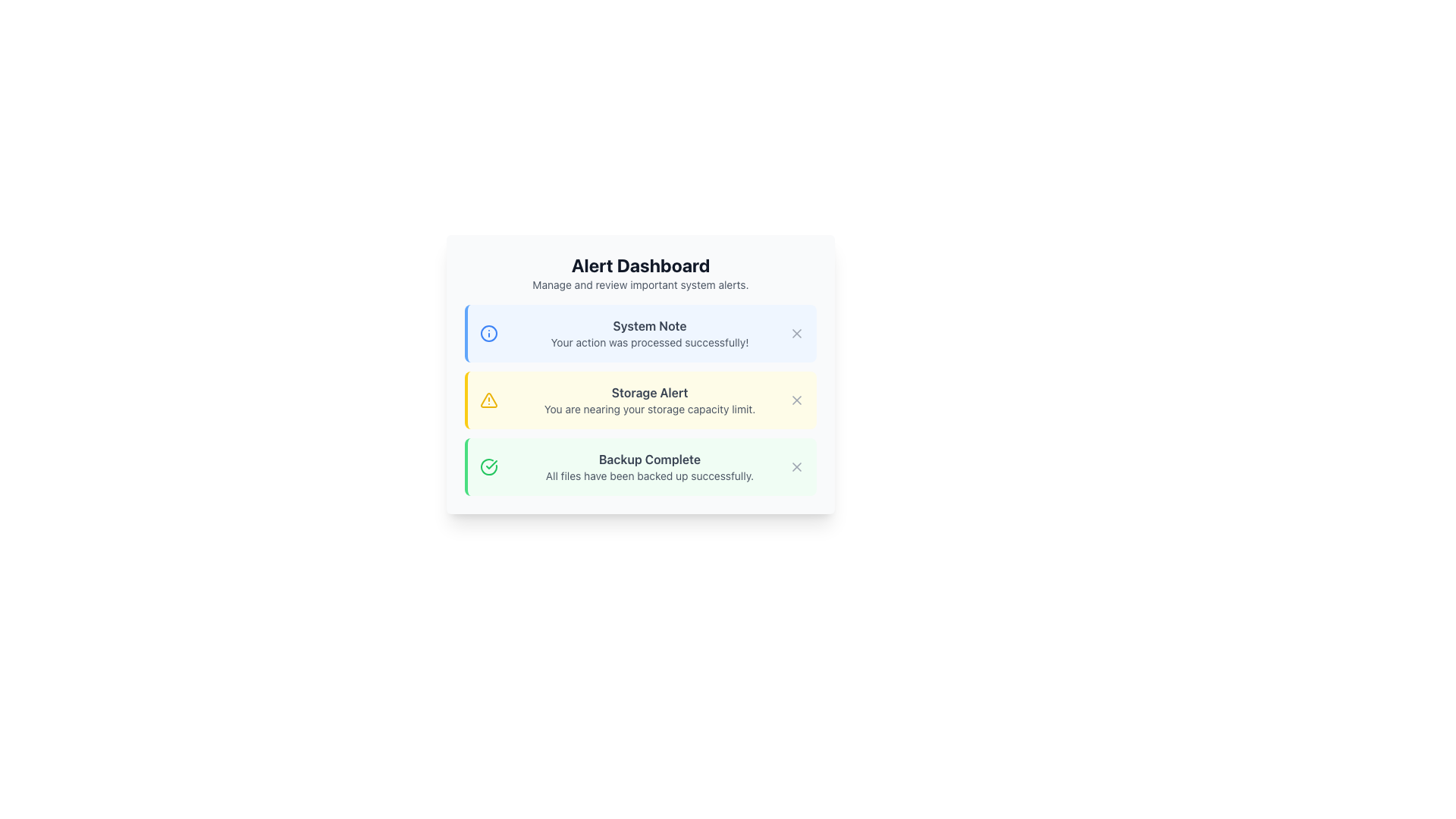 The height and width of the screenshot is (819, 1456). Describe the element at coordinates (488, 332) in the screenshot. I see `the SVG circle that is part of the info icon for the 'System Note', located inside a blue rectangle on the left side of the 'System Note' row` at that location.